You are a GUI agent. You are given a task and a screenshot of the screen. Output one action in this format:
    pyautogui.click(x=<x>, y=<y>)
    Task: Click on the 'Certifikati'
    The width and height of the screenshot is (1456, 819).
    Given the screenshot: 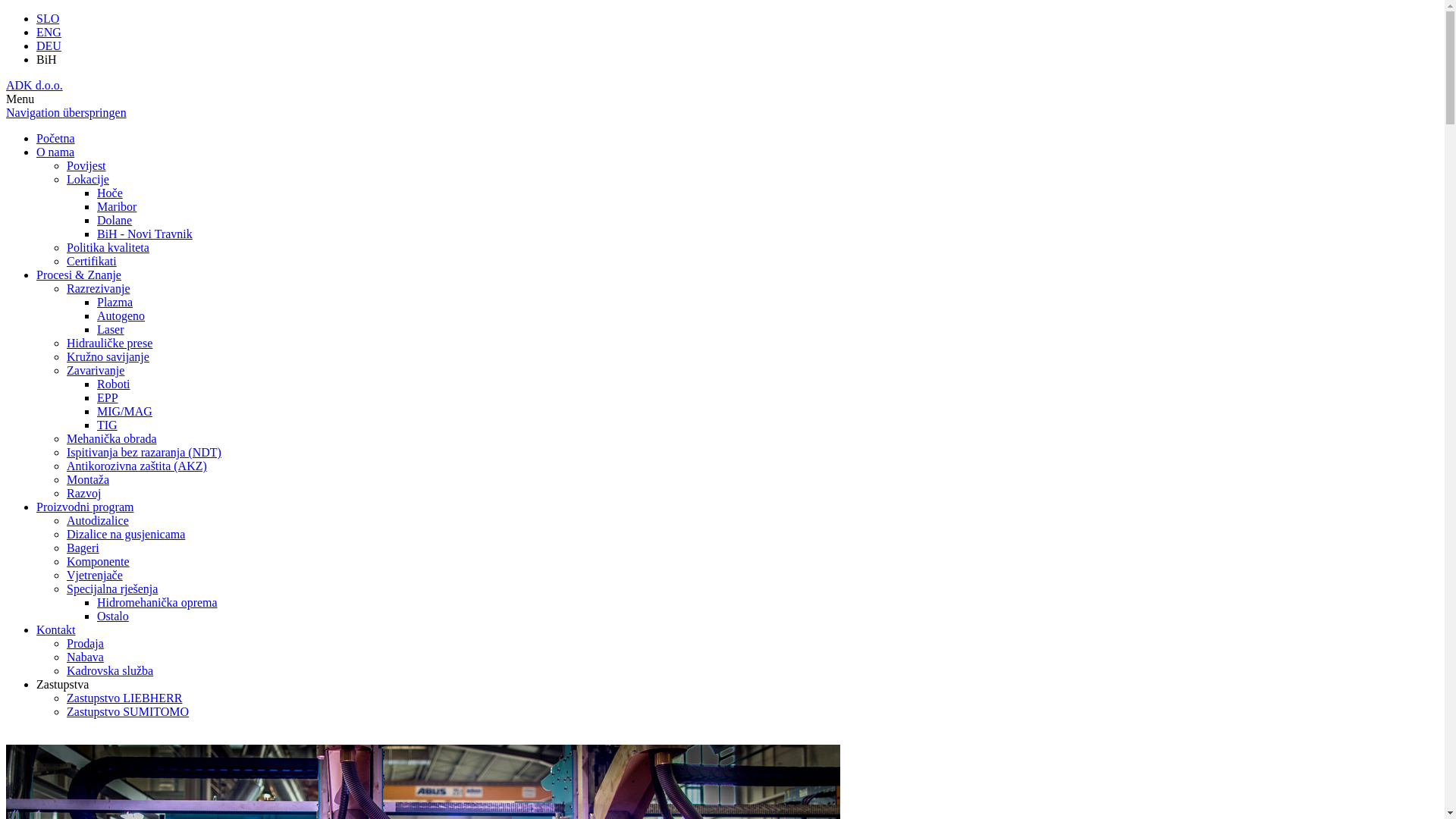 What is the action you would take?
    pyautogui.click(x=65, y=260)
    